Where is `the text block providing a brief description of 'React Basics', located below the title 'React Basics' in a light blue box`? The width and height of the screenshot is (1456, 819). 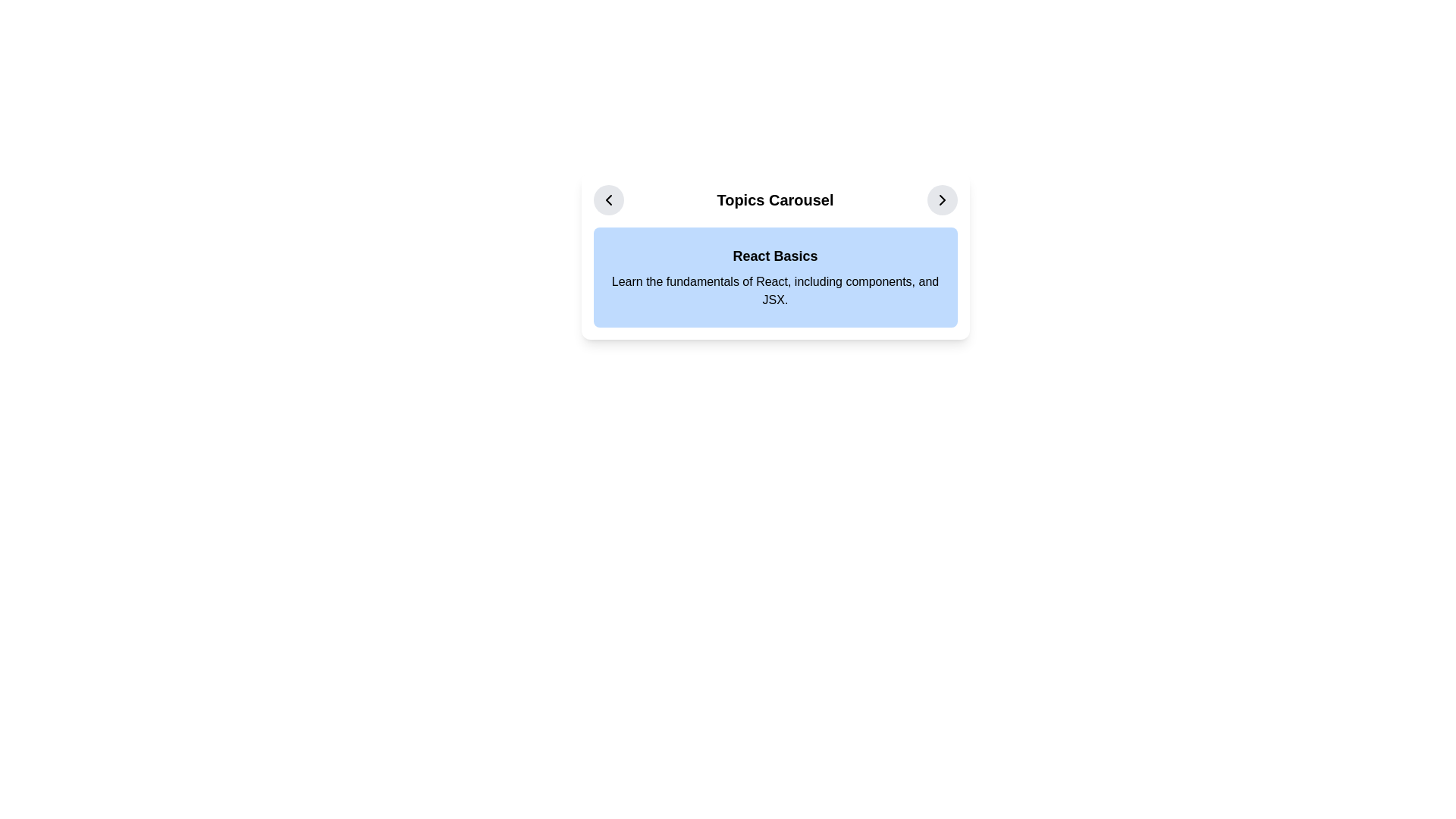 the text block providing a brief description of 'React Basics', located below the title 'React Basics' in a light blue box is located at coordinates (775, 291).